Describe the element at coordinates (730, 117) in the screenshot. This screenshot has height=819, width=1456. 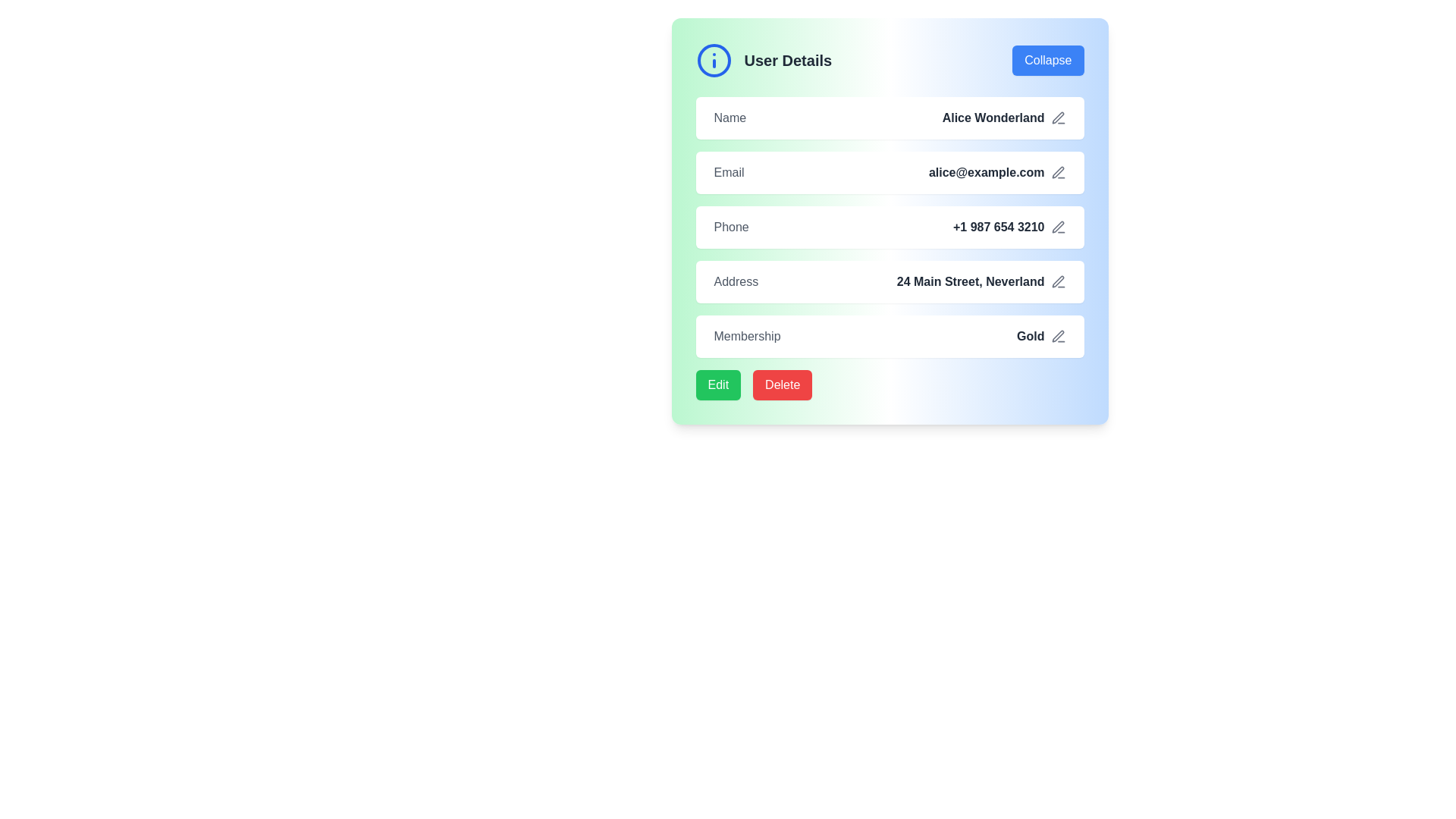
I see `the text label that identifies the user's name, which is adjacent to 'Alice Wonderland' in the 'User Details' section` at that location.